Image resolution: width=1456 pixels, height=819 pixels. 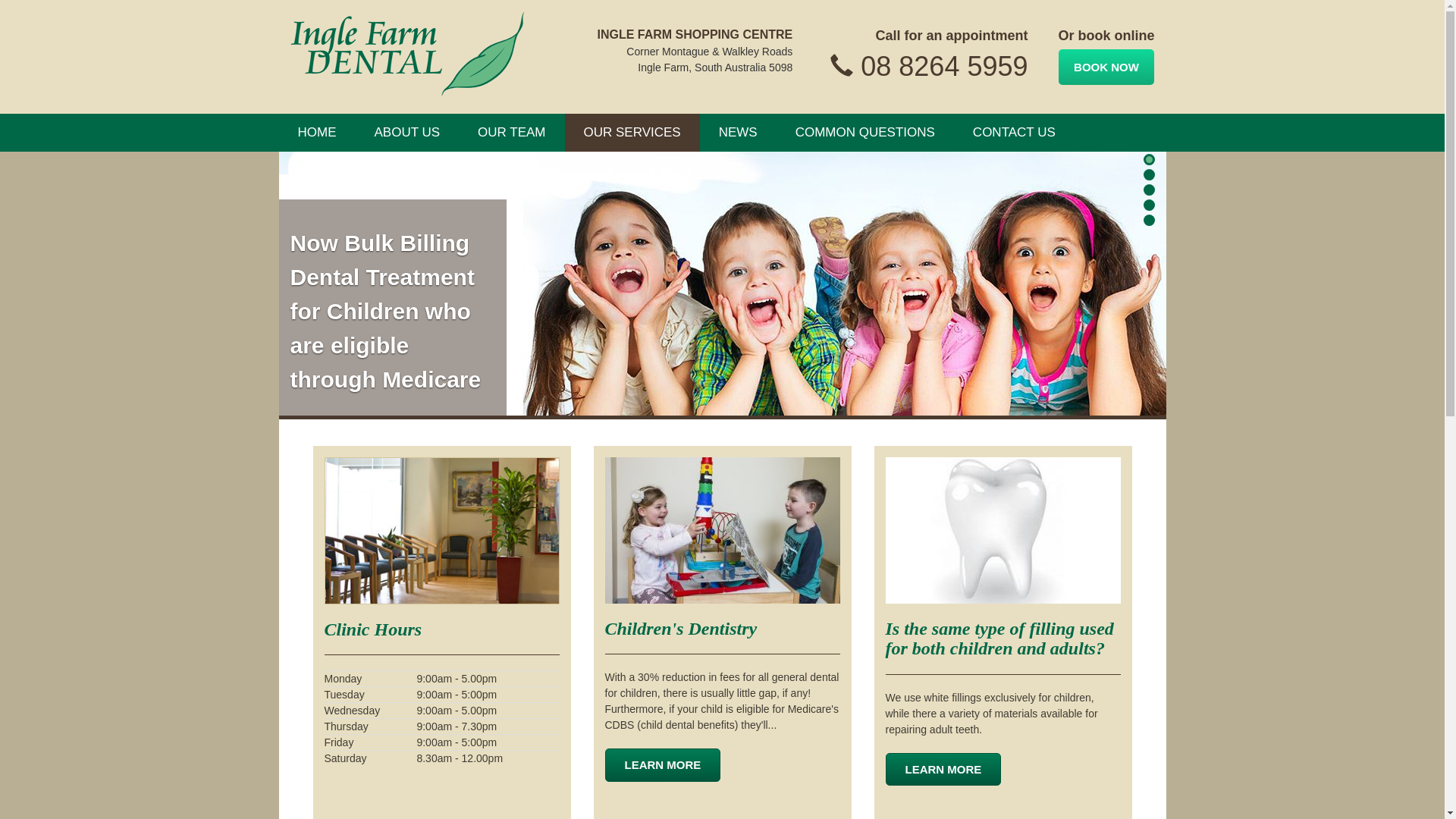 I want to click on 'OUR SERVICES', so click(x=632, y=131).